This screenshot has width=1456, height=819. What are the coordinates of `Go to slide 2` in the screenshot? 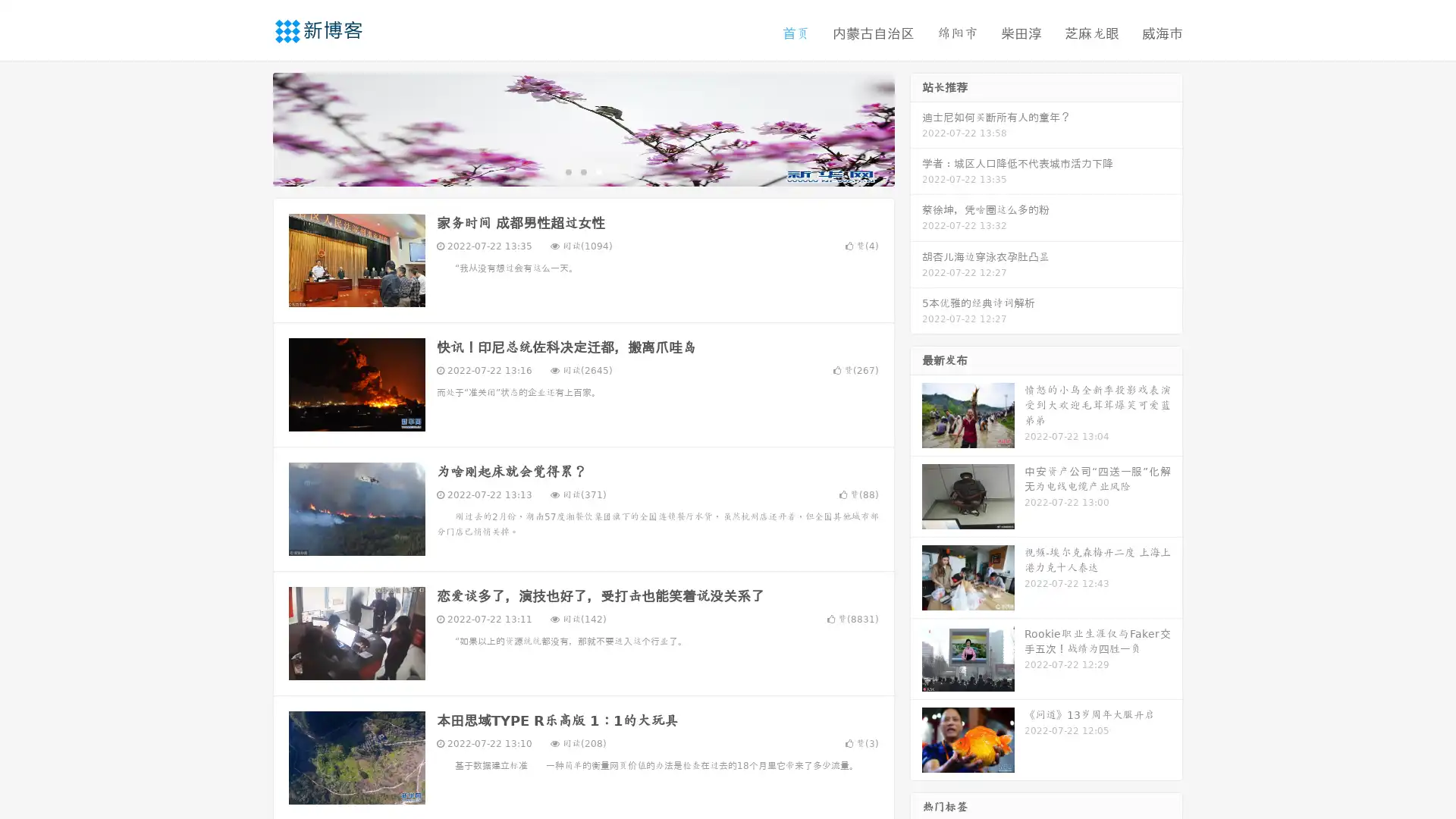 It's located at (582, 171).